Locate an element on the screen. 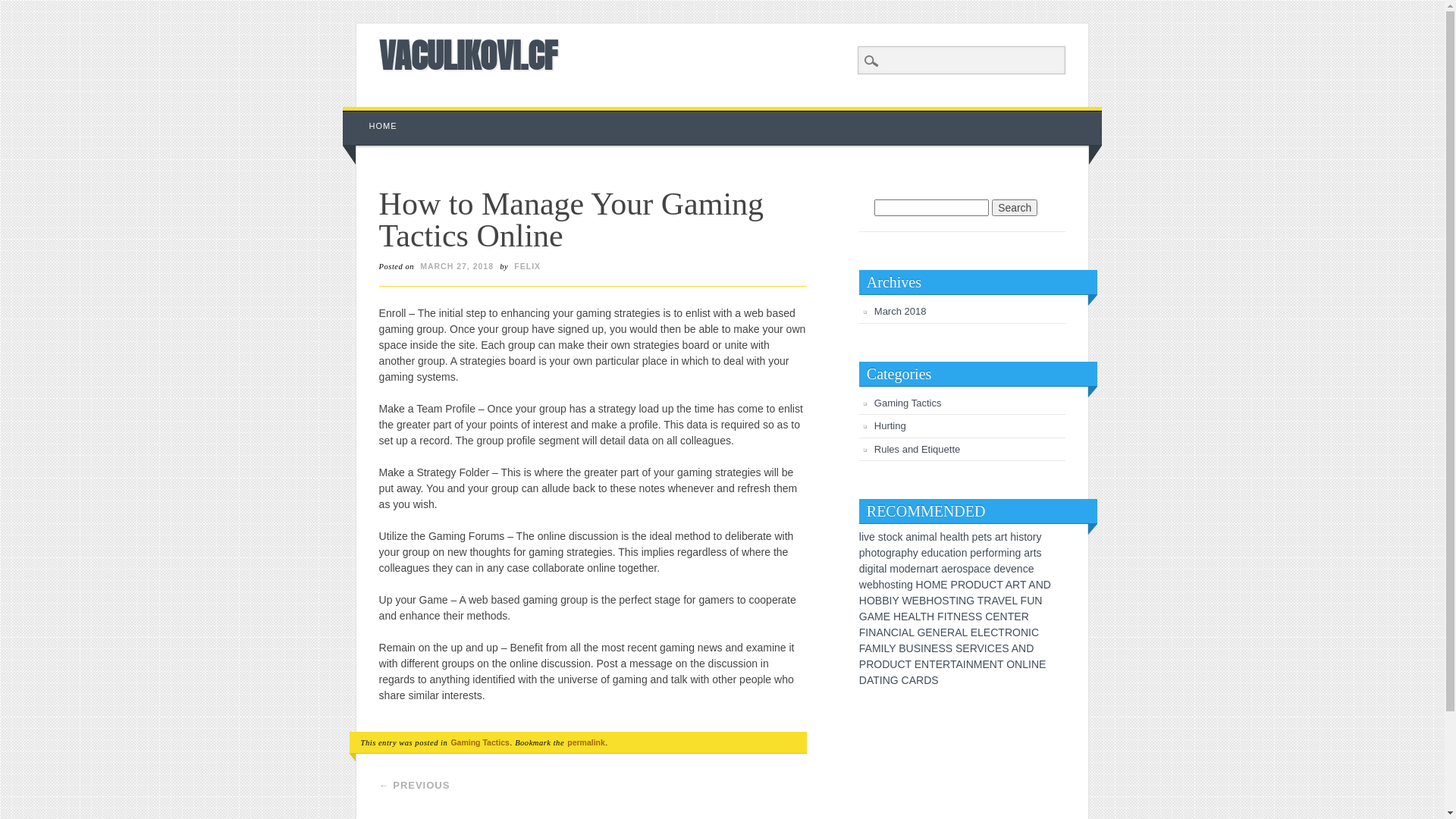 The height and width of the screenshot is (819, 1456). 'h' is located at coordinates (868, 553).